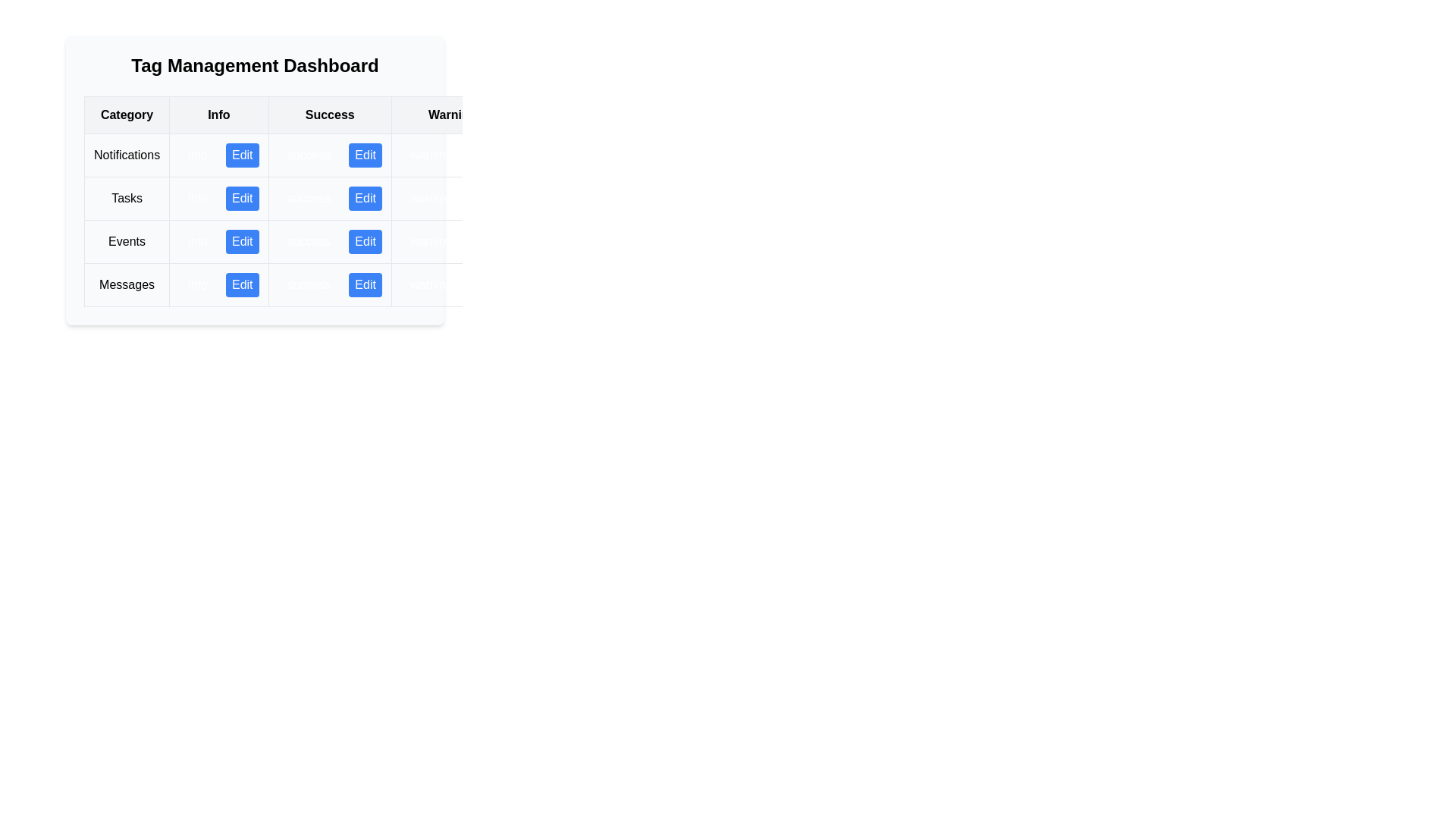 The height and width of the screenshot is (819, 1456). Describe the element at coordinates (350, 198) in the screenshot. I see `the edit button located in the 'Tasks' row of the table within the 'Success' column` at that location.